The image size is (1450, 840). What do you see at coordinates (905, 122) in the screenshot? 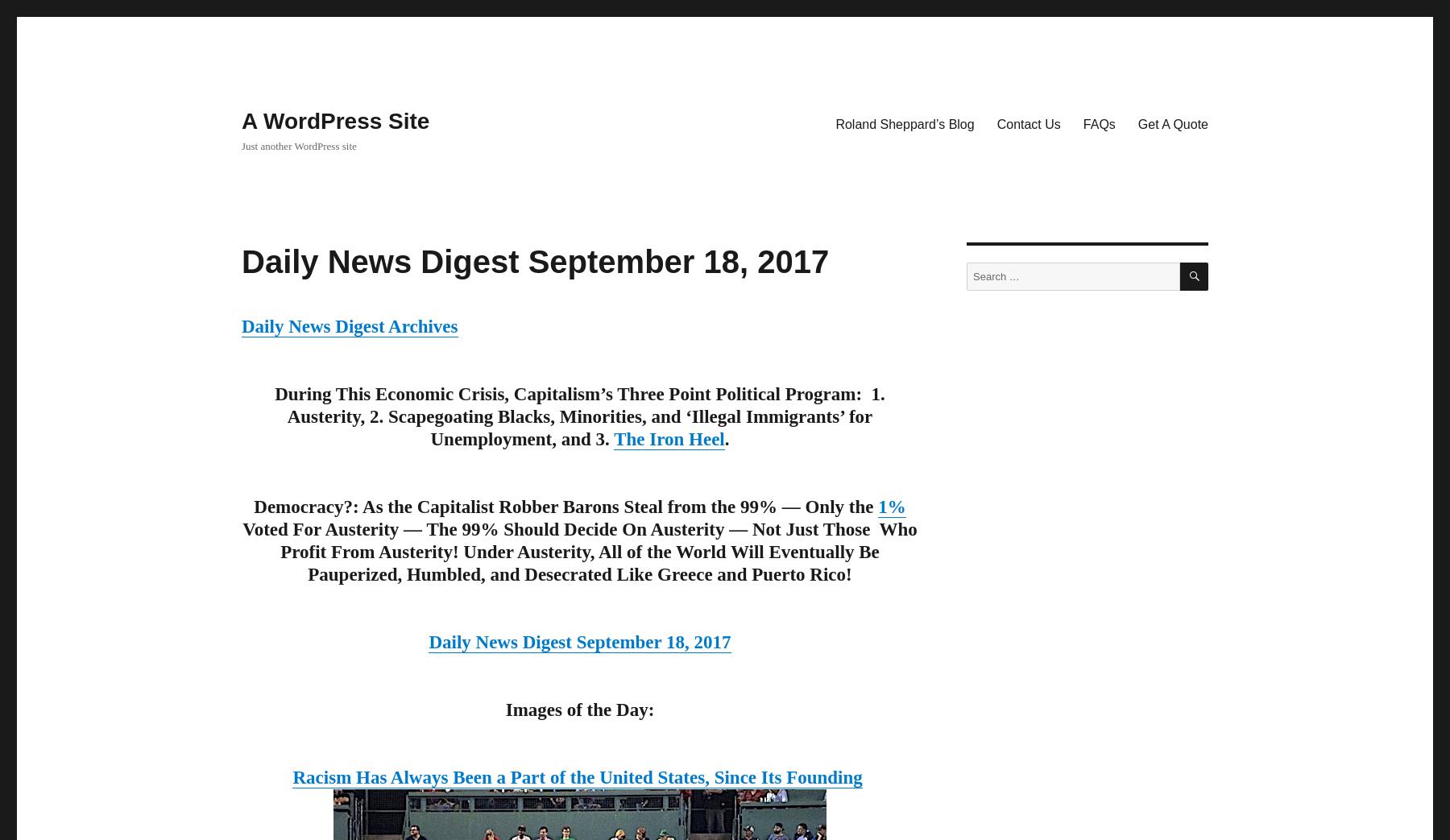
I see `'Roland Sheppard’s Blog'` at bounding box center [905, 122].